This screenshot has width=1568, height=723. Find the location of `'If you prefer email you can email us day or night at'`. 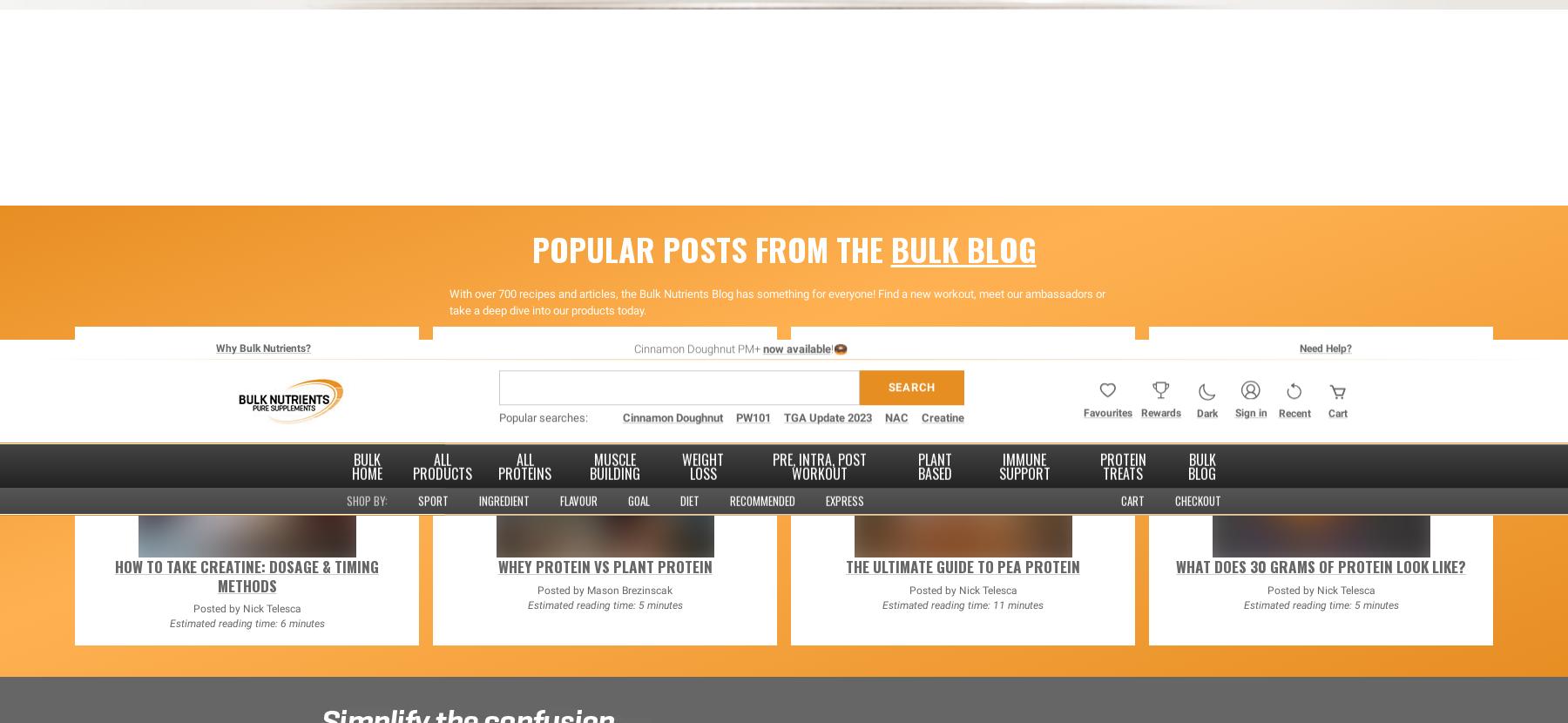

'If you prefer email you can email us day or night at' is located at coordinates (656, 402).